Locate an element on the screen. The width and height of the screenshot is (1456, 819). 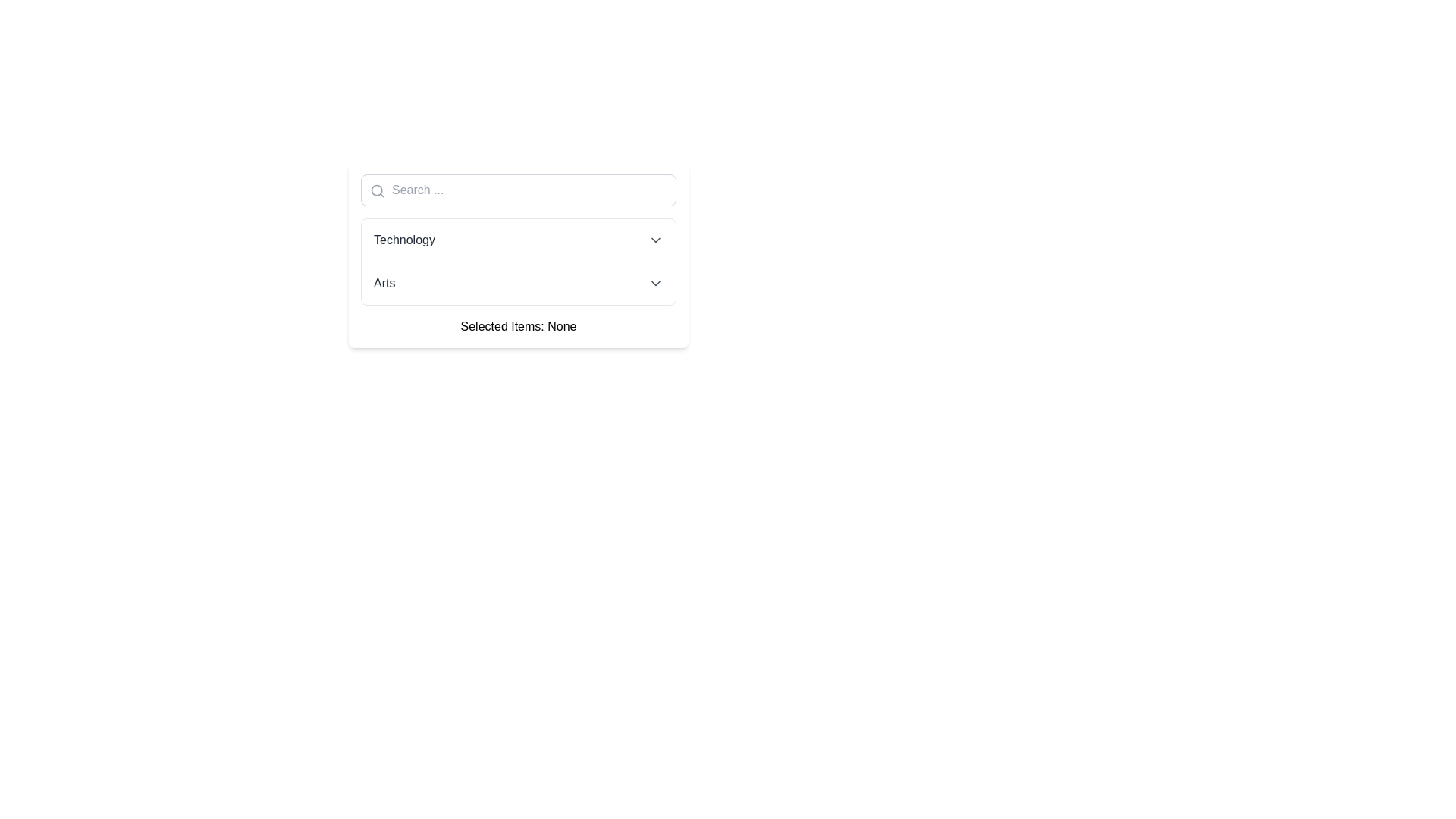
the small downward-facing chevron icon on the right side of the 'Arts' list item is located at coordinates (655, 284).